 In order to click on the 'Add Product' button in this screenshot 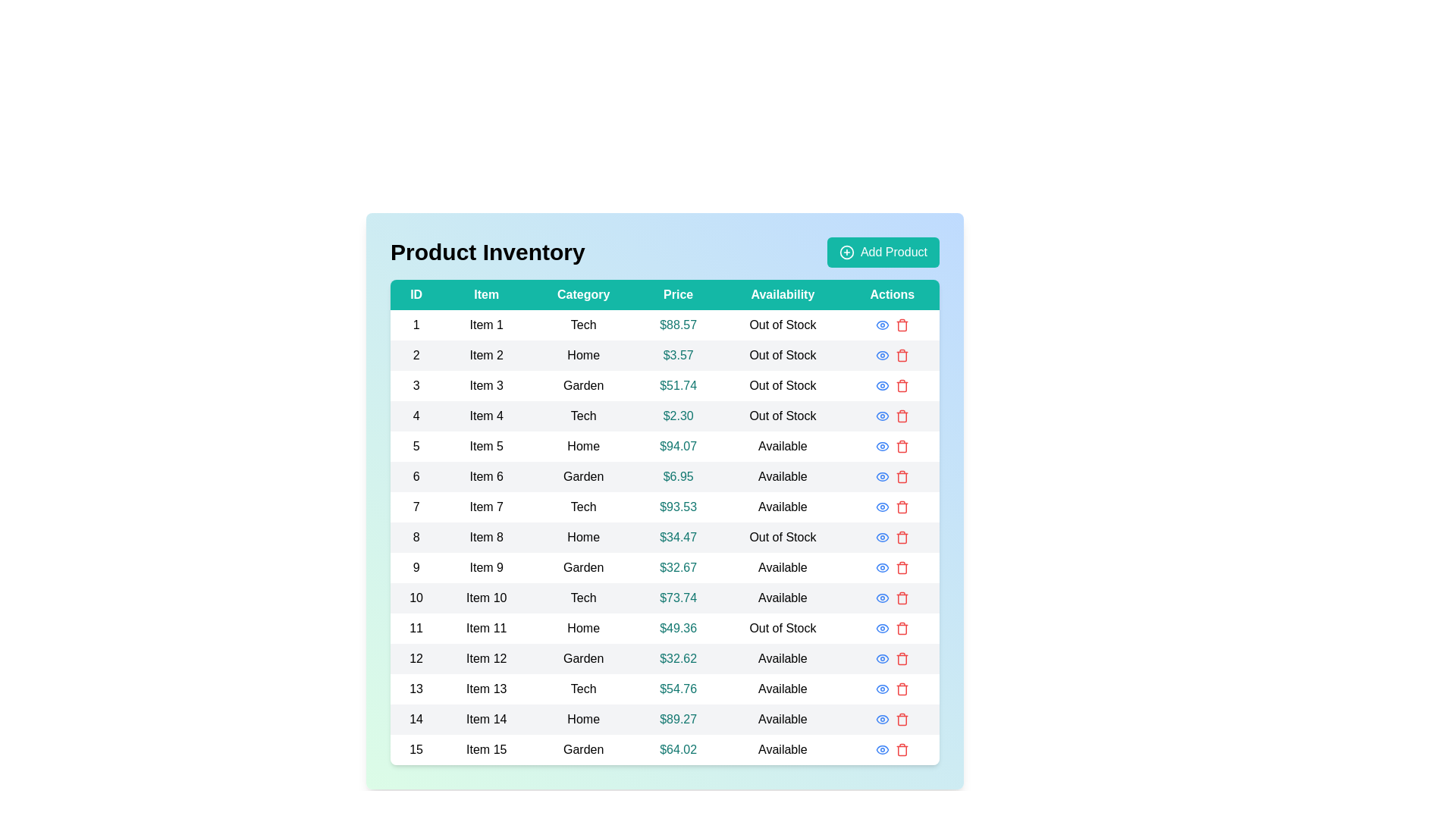, I will do `click(882, 251)`.